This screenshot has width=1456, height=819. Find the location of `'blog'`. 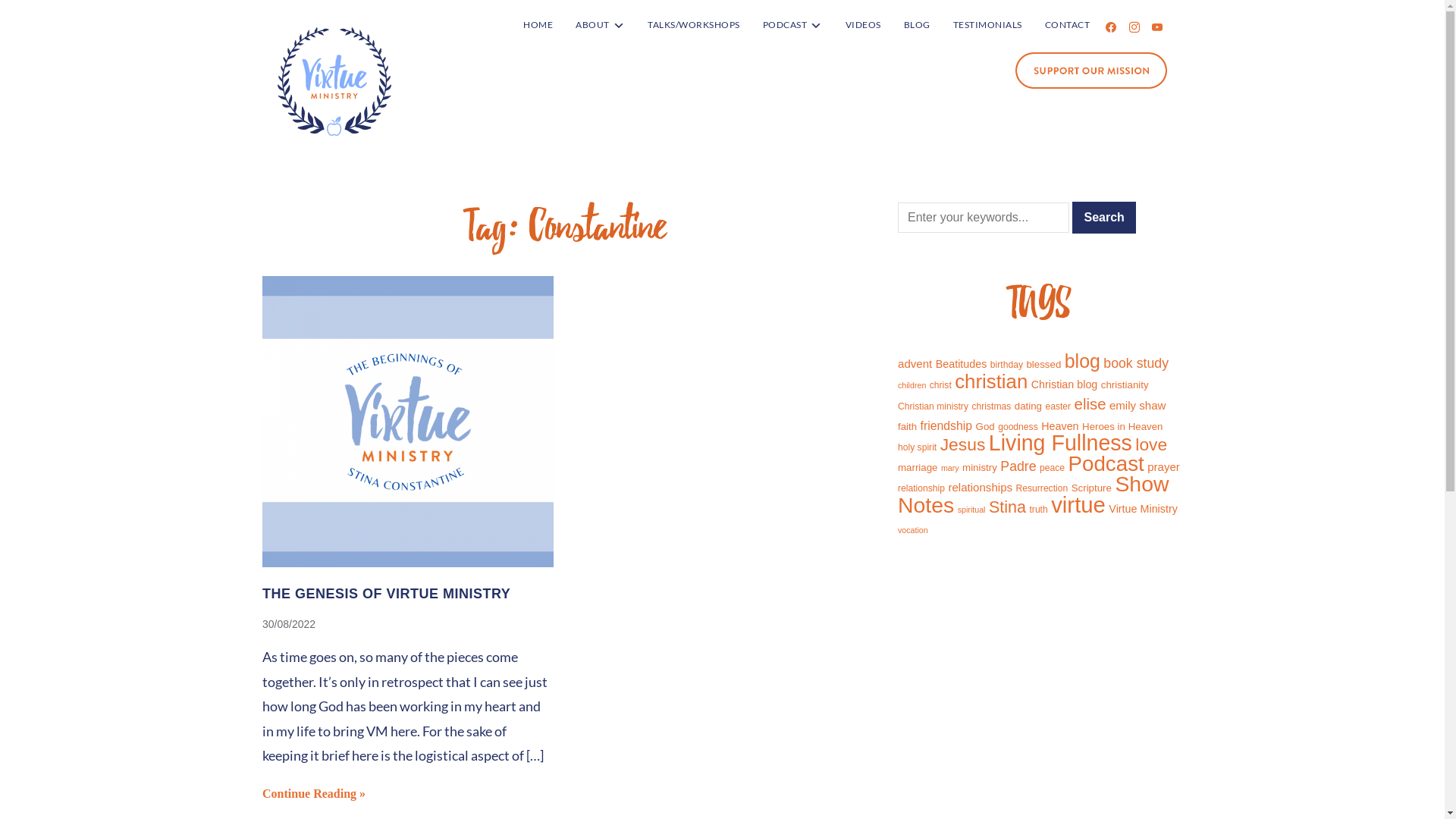

'blog' is located at coordinates (1081, 360).